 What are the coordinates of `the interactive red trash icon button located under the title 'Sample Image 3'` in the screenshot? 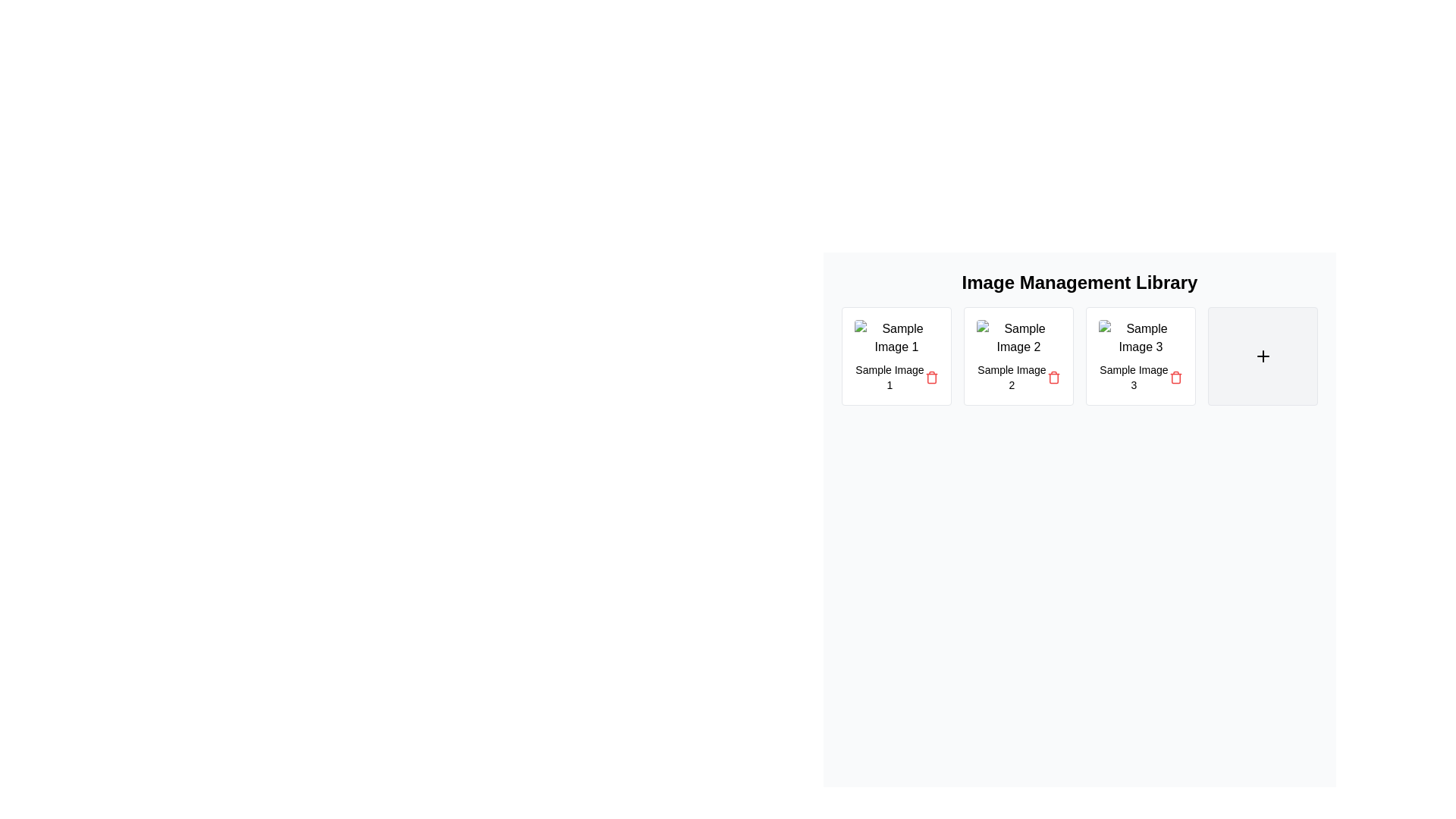 It's located at (1175, 376).